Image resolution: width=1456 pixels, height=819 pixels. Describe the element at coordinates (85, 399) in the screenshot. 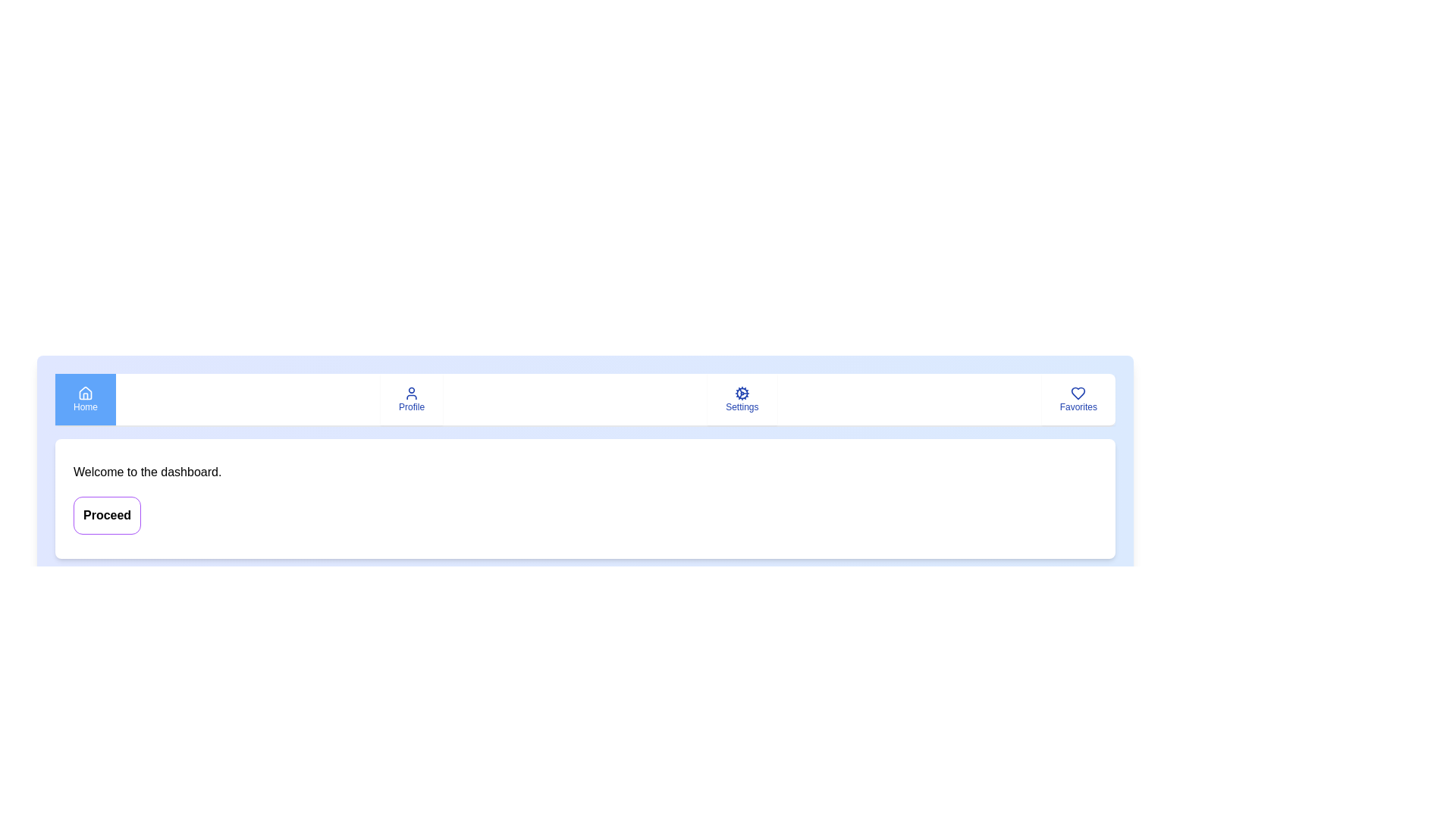

I see `the tab button labeled Home to observe its hover effect` at that location.